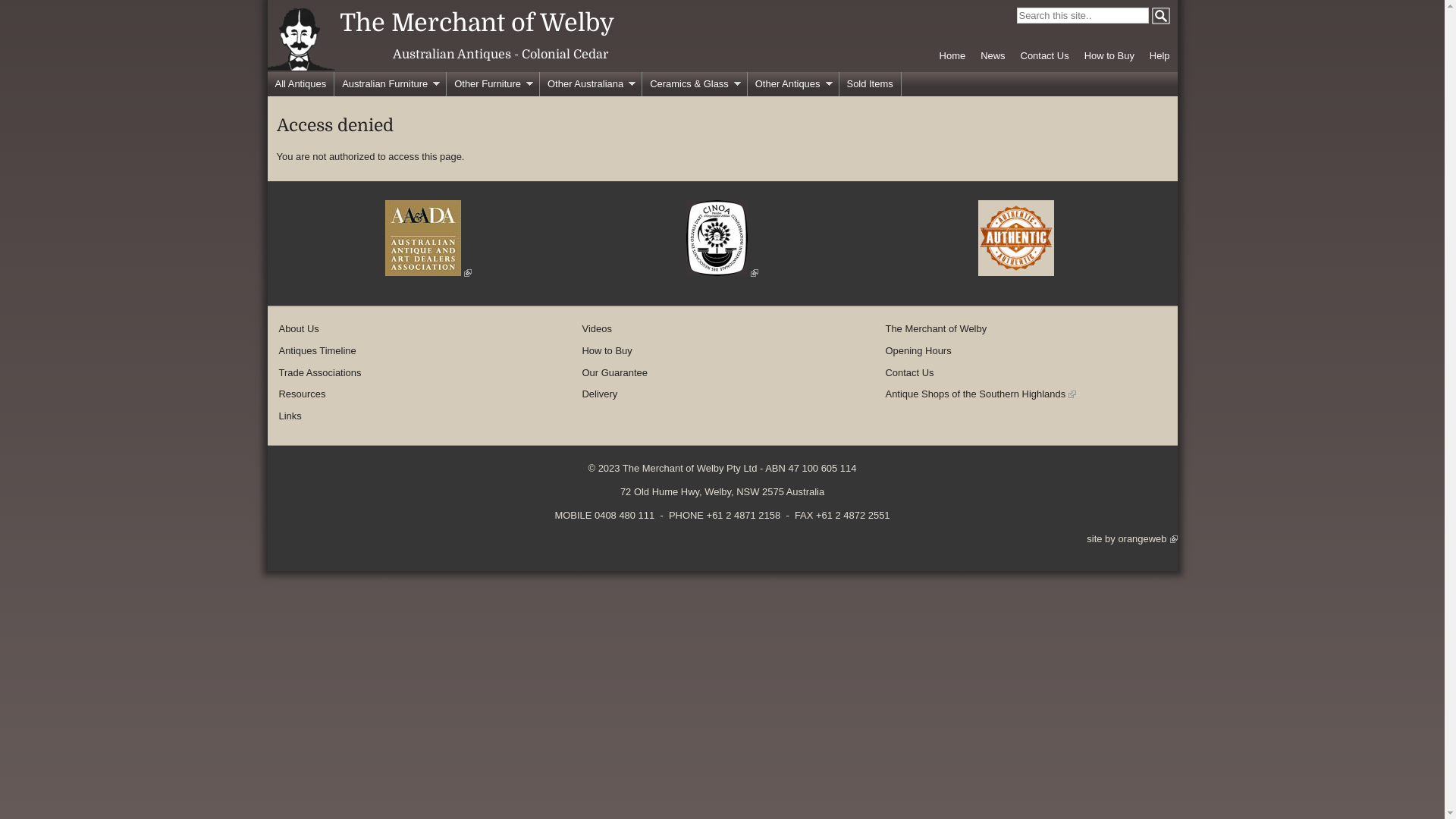  Describe the element at coordinates (599, 393) in the screenshot. I see `'Delivery'` at that location.